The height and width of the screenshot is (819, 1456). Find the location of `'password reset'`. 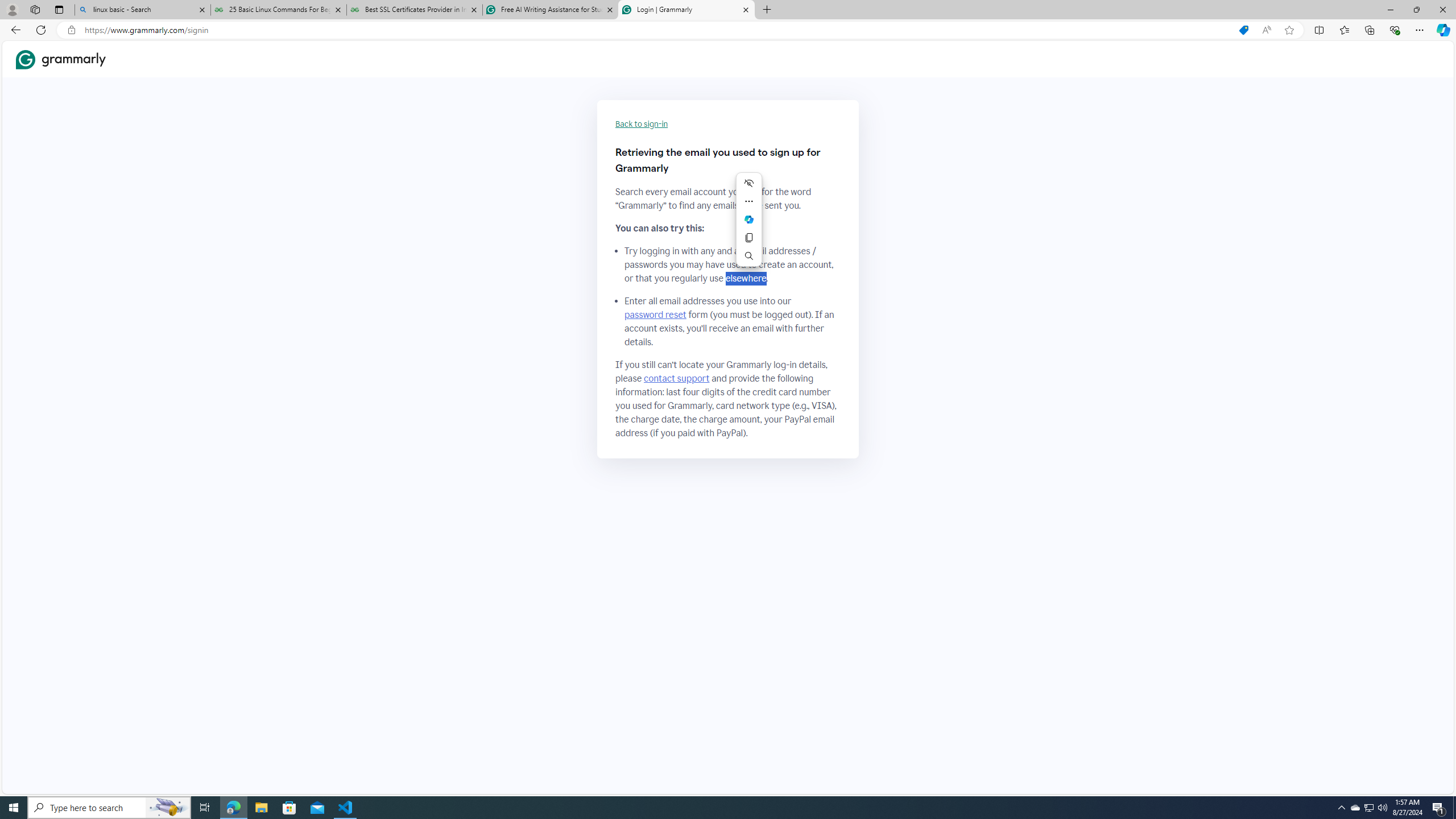

'password reset' is located at coordinates (655, 314).